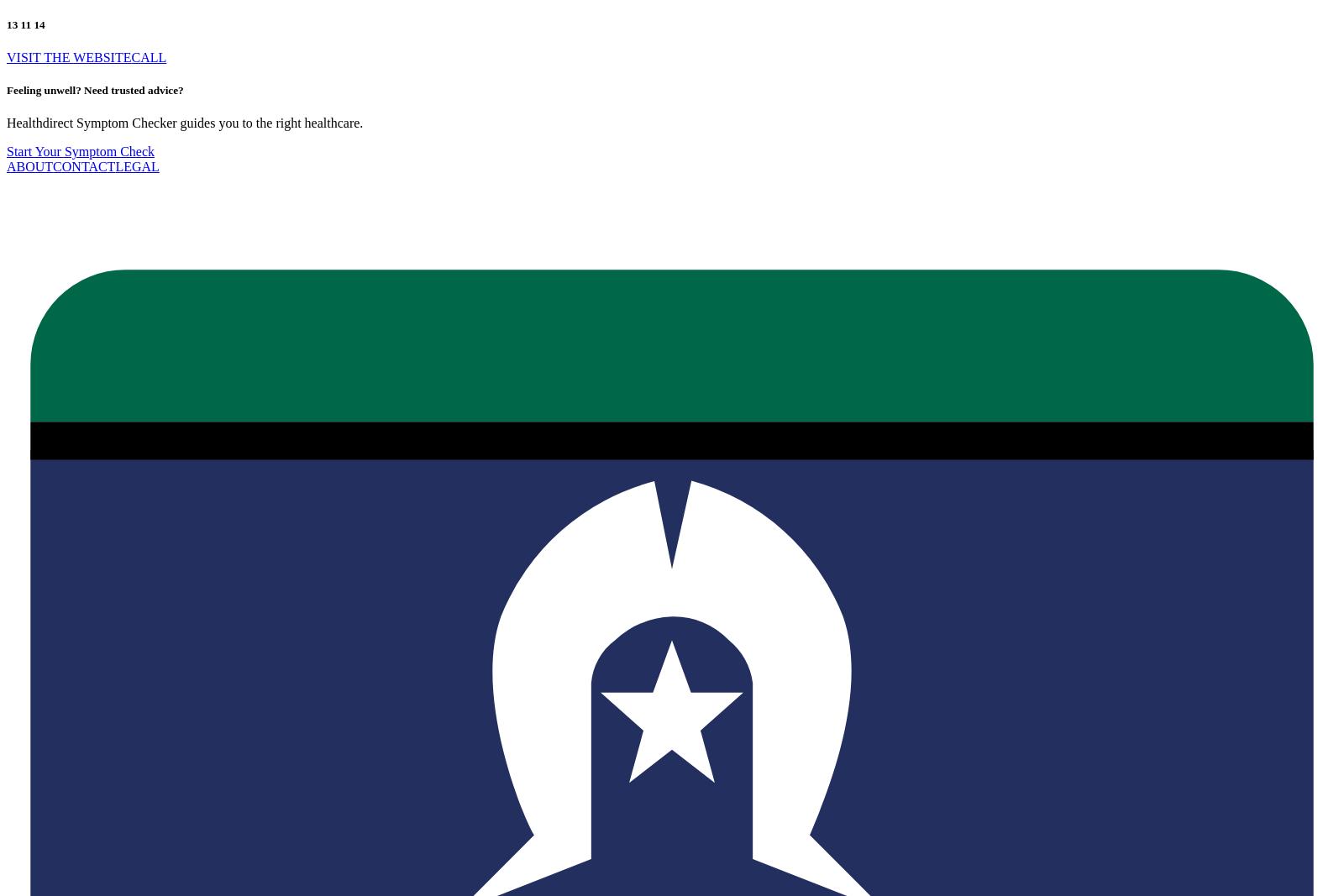 The height and width of the screenshot is (896, 1344). What do you see at coordinates (6, 122) in the screenshot?
I see `'Healthdirect Symptom Checker guides you to the right healthcare.'` at bounding box center [6, 122].